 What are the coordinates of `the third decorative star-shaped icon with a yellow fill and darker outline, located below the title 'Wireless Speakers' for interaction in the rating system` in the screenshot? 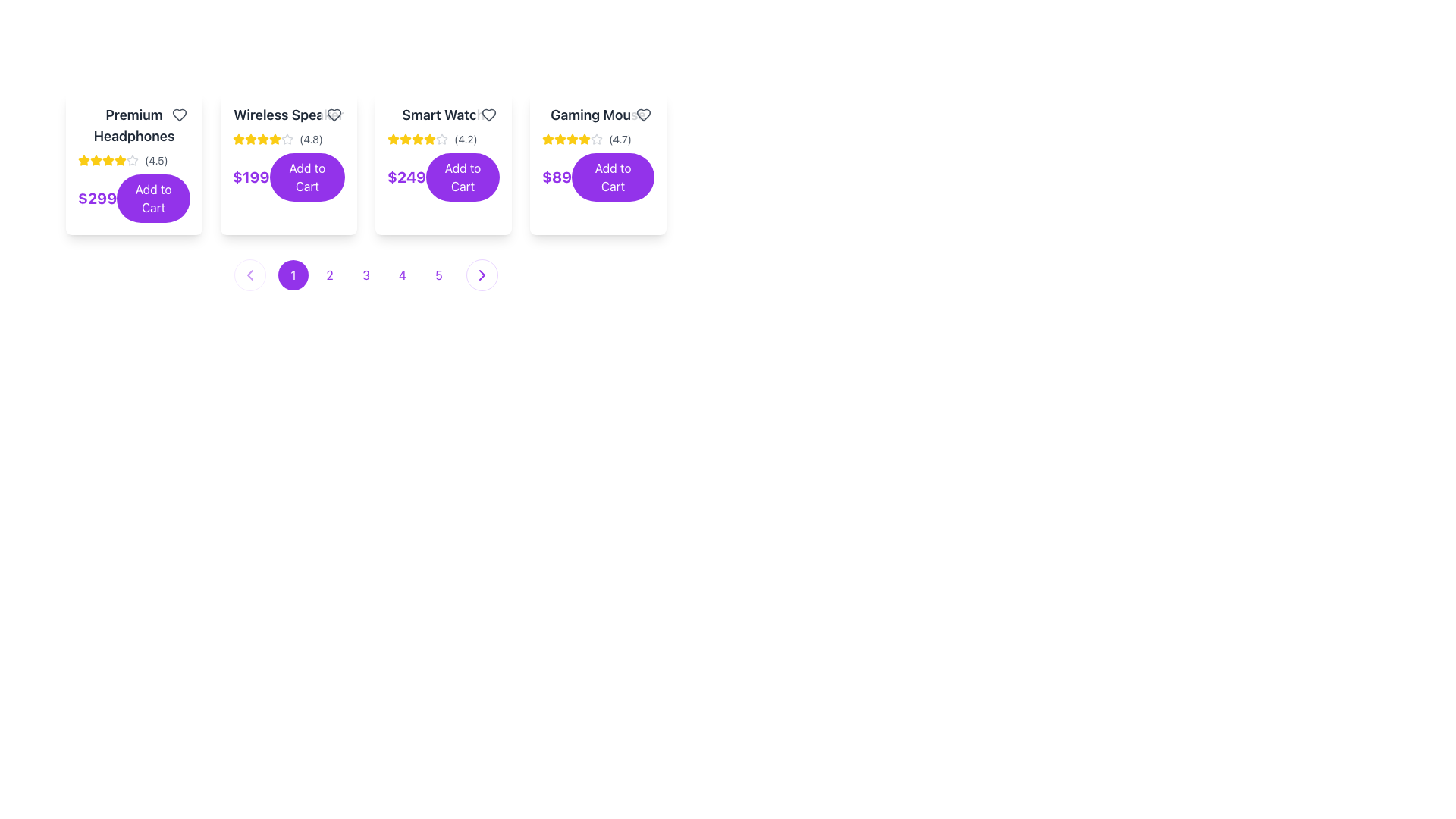 It's located at (238, 139).